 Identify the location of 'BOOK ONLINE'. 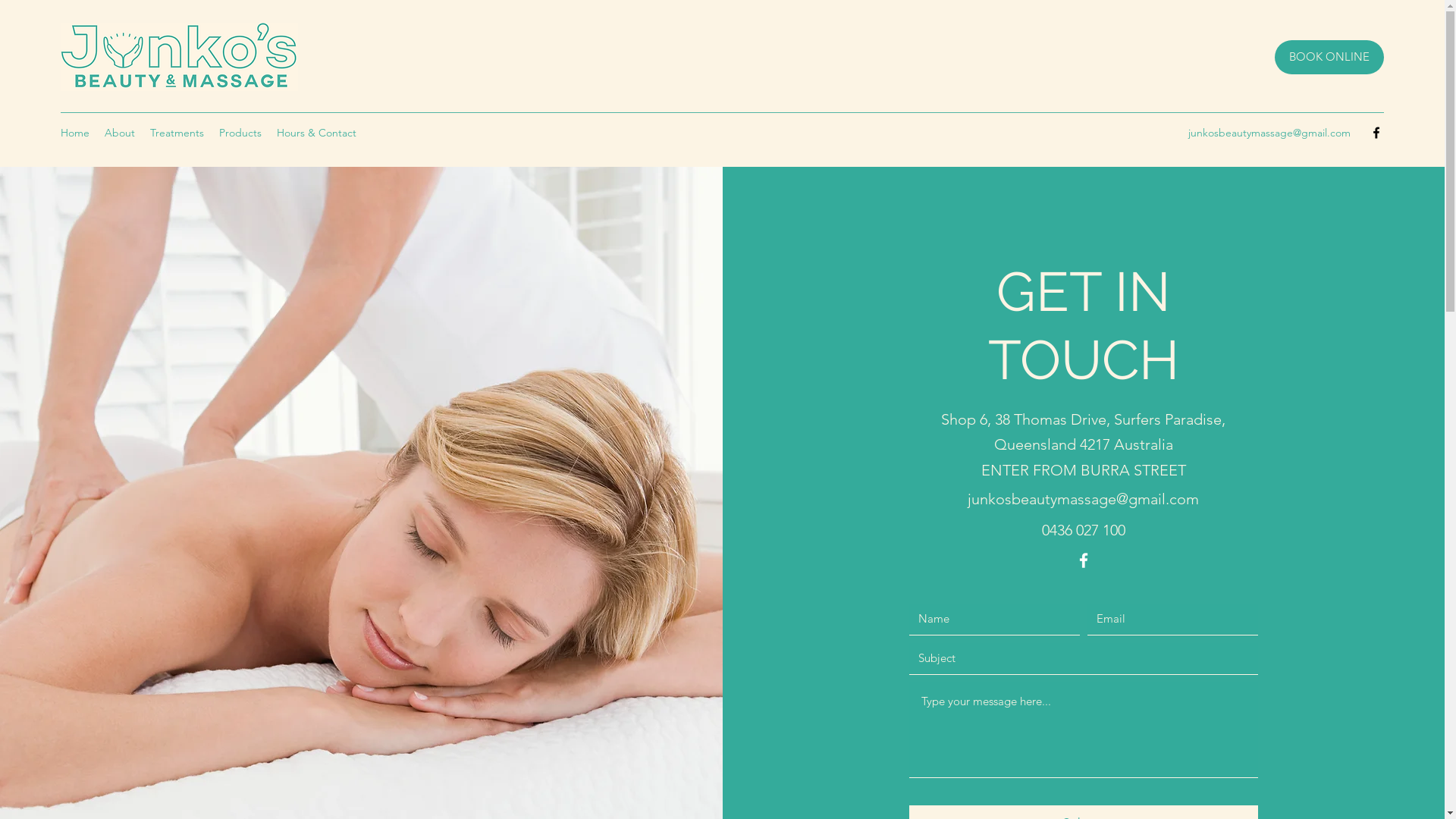
(1328, 56).